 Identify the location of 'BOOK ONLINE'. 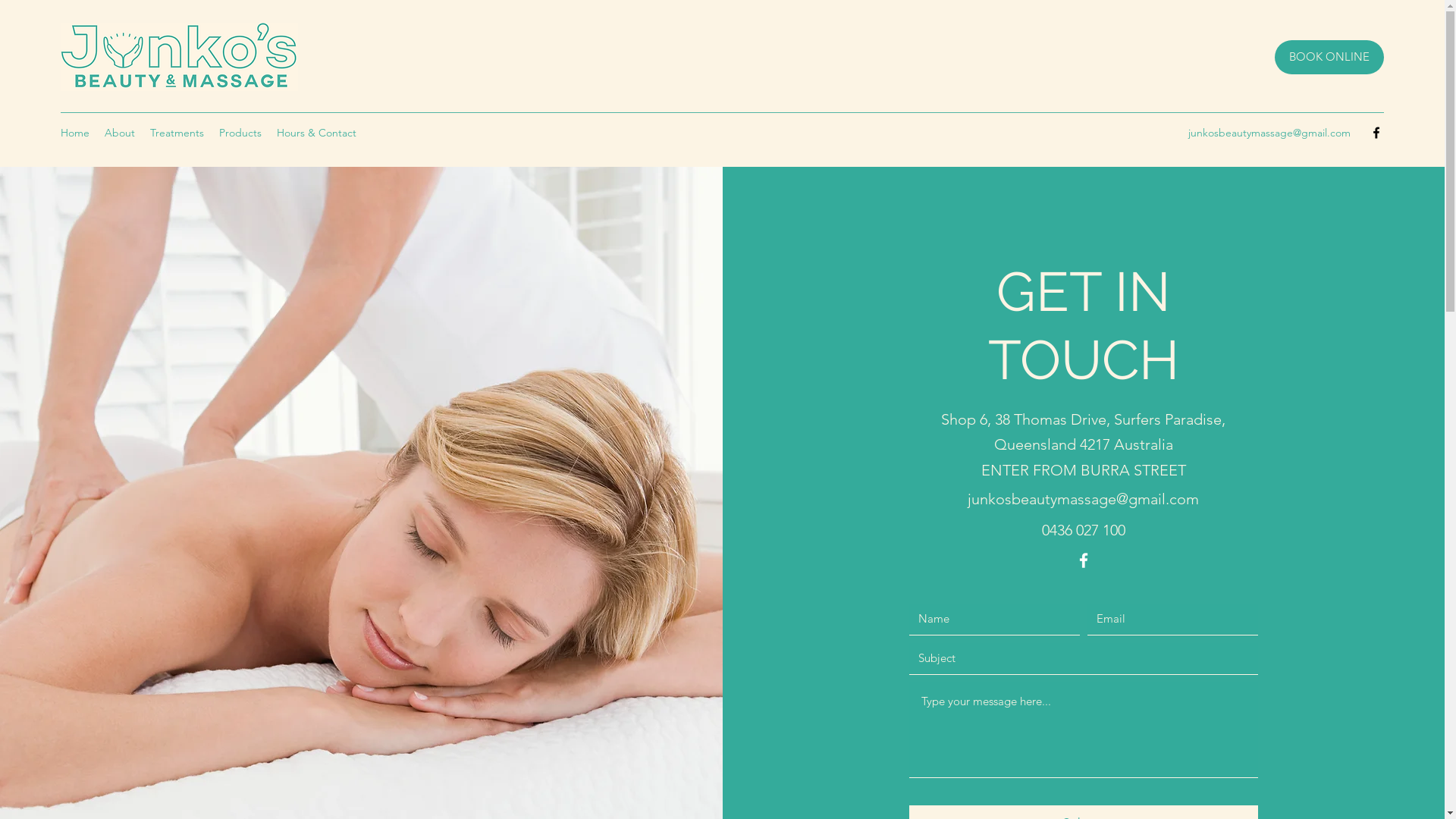
(1328, 56).